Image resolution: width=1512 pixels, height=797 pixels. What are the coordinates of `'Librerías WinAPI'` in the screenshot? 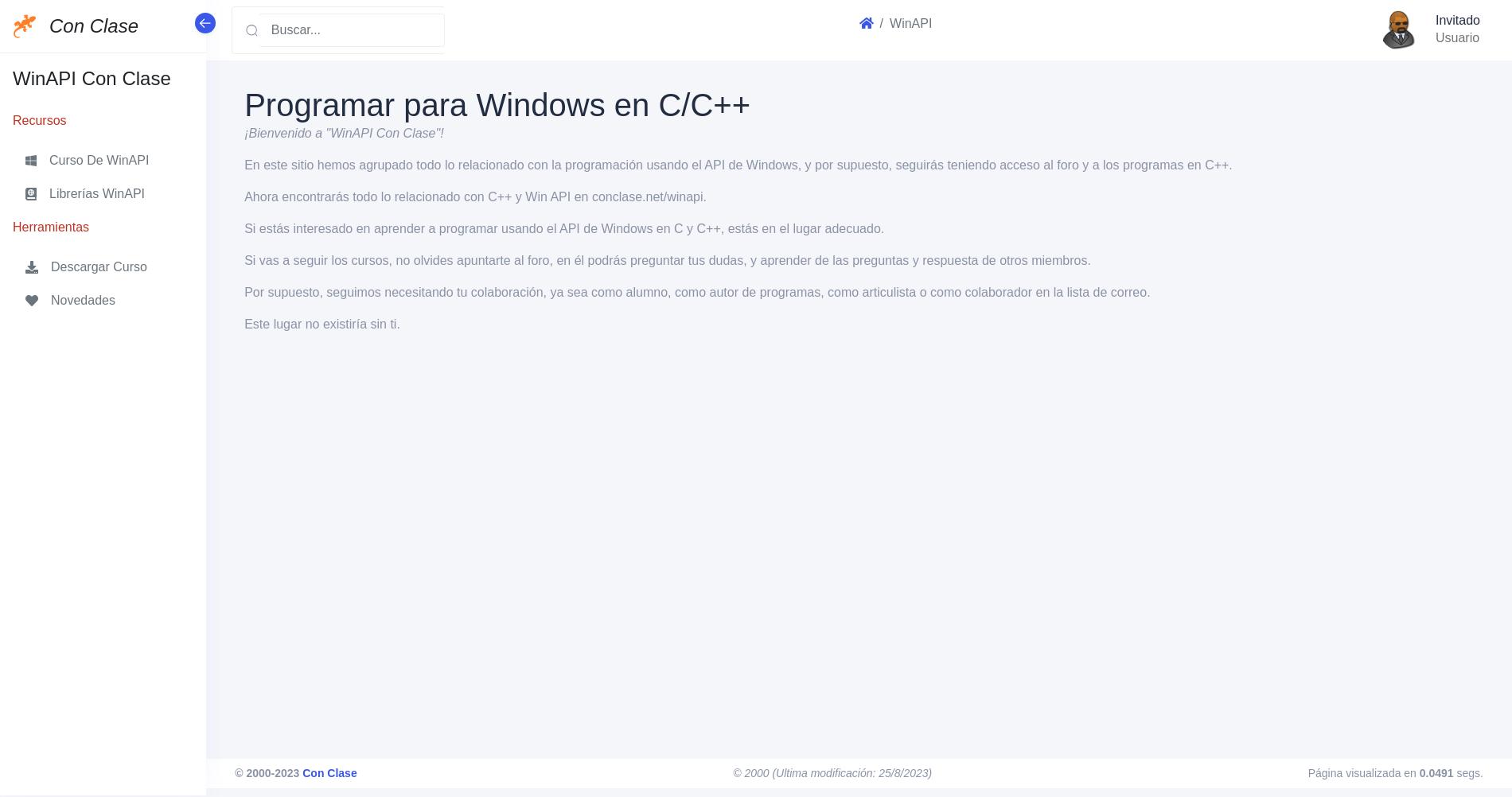 It's located at (96, 192).